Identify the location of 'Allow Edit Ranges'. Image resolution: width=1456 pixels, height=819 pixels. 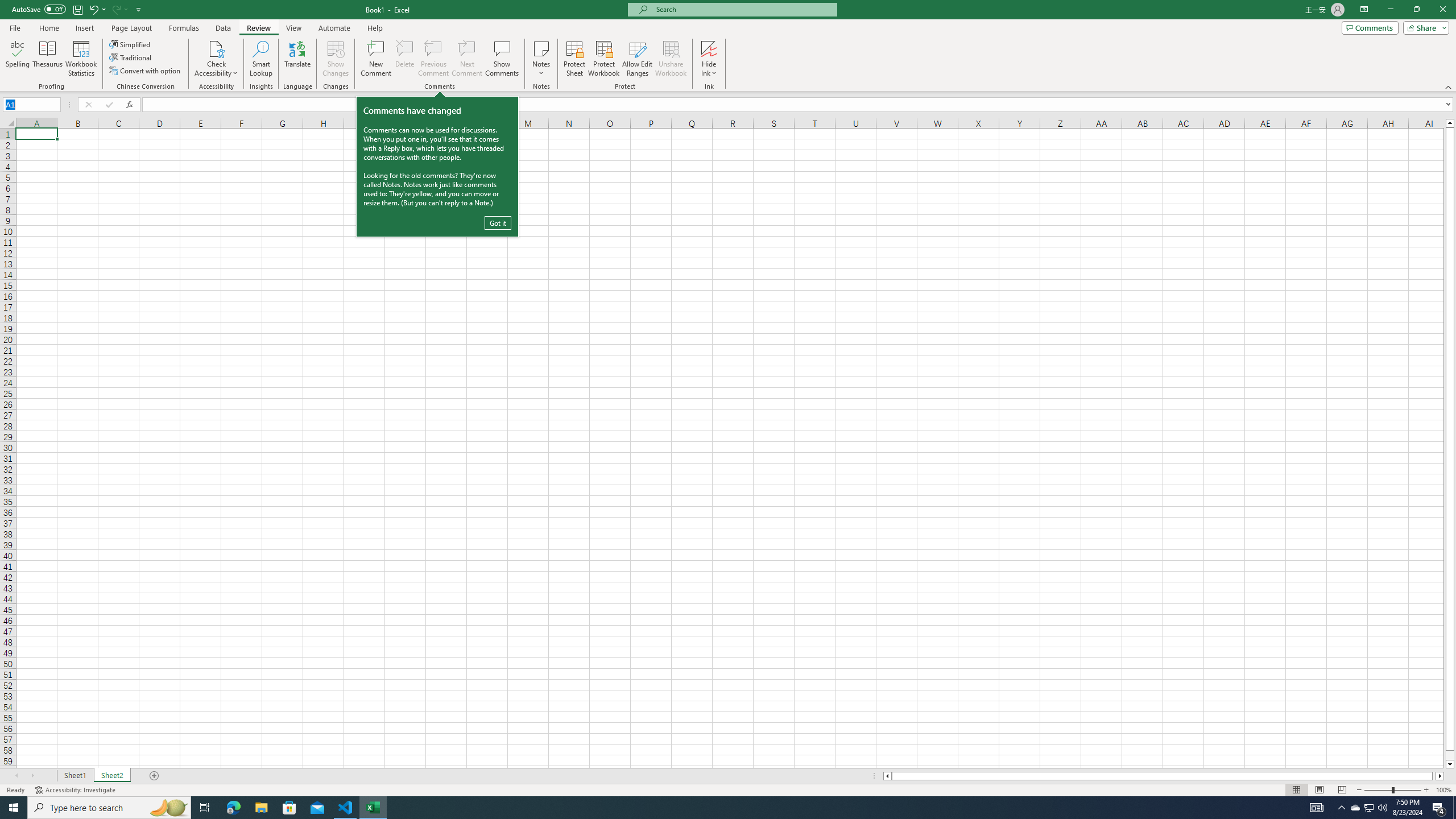
(638, 59).